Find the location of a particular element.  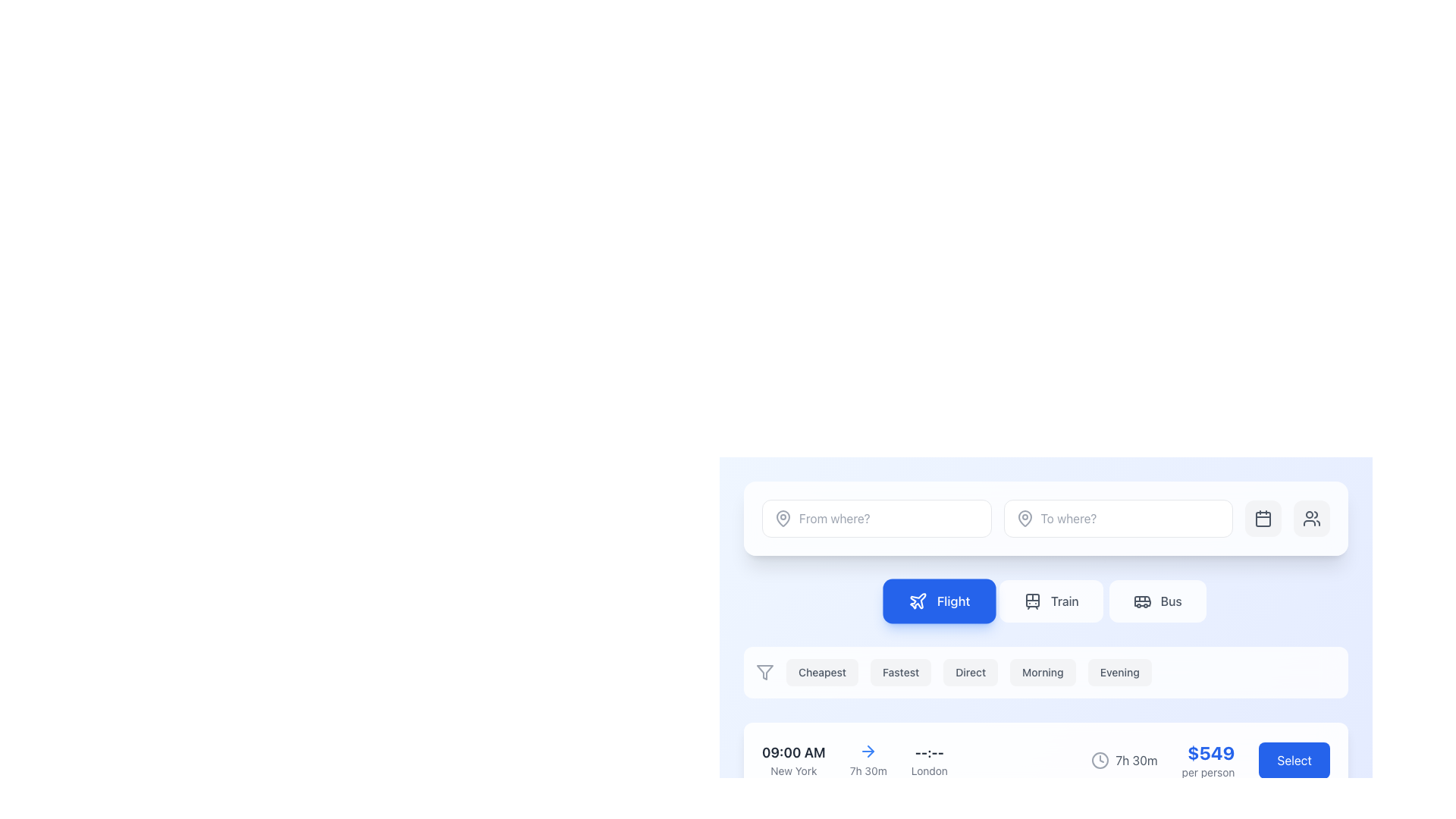

the 'Train' button, which is the second button in a row of three is located at coordinates (1050, 601).